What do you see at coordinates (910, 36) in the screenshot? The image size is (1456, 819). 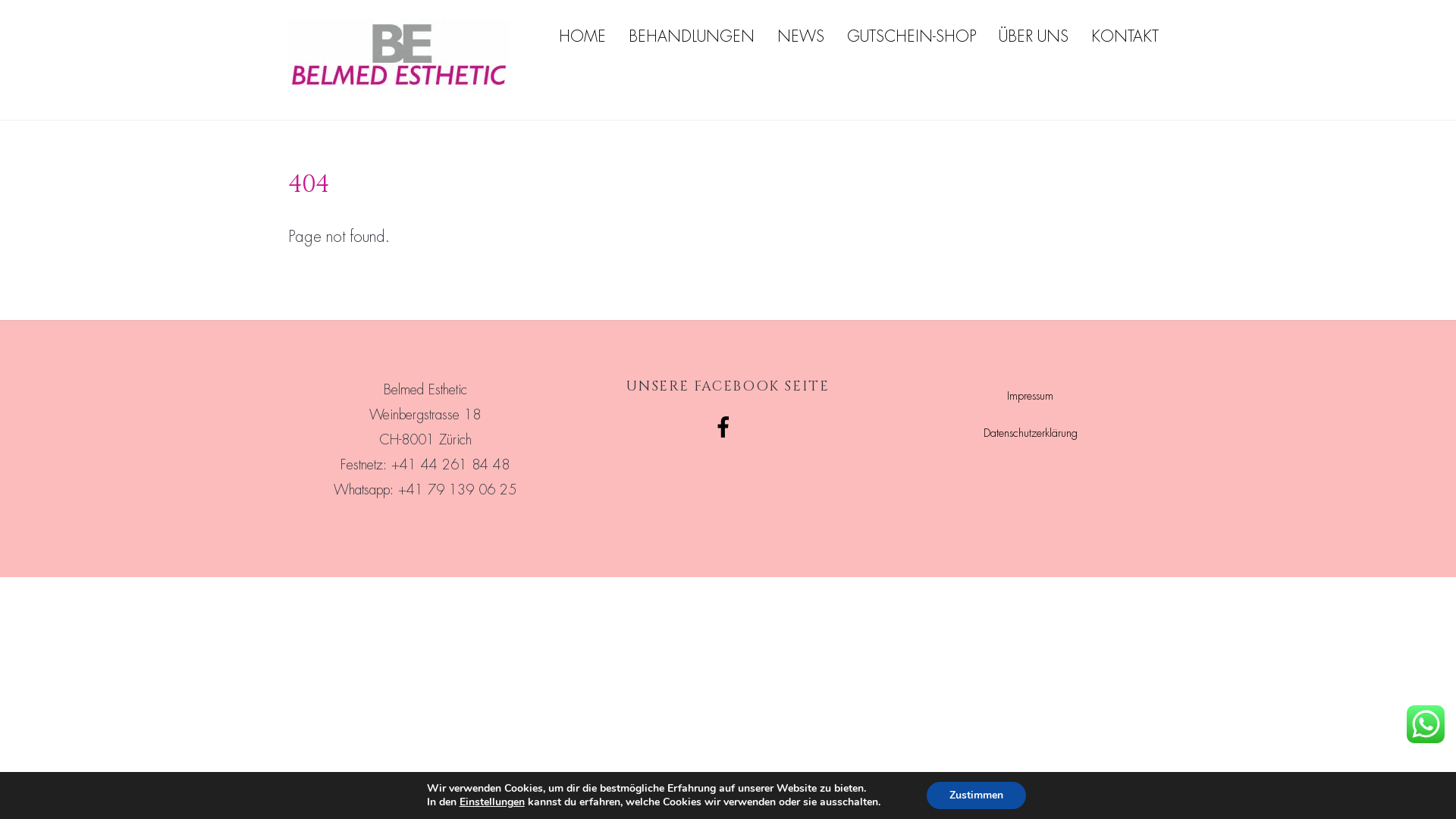 I see `'GUTSCHEIN-SHOP'` at bounding box center [910, 36].